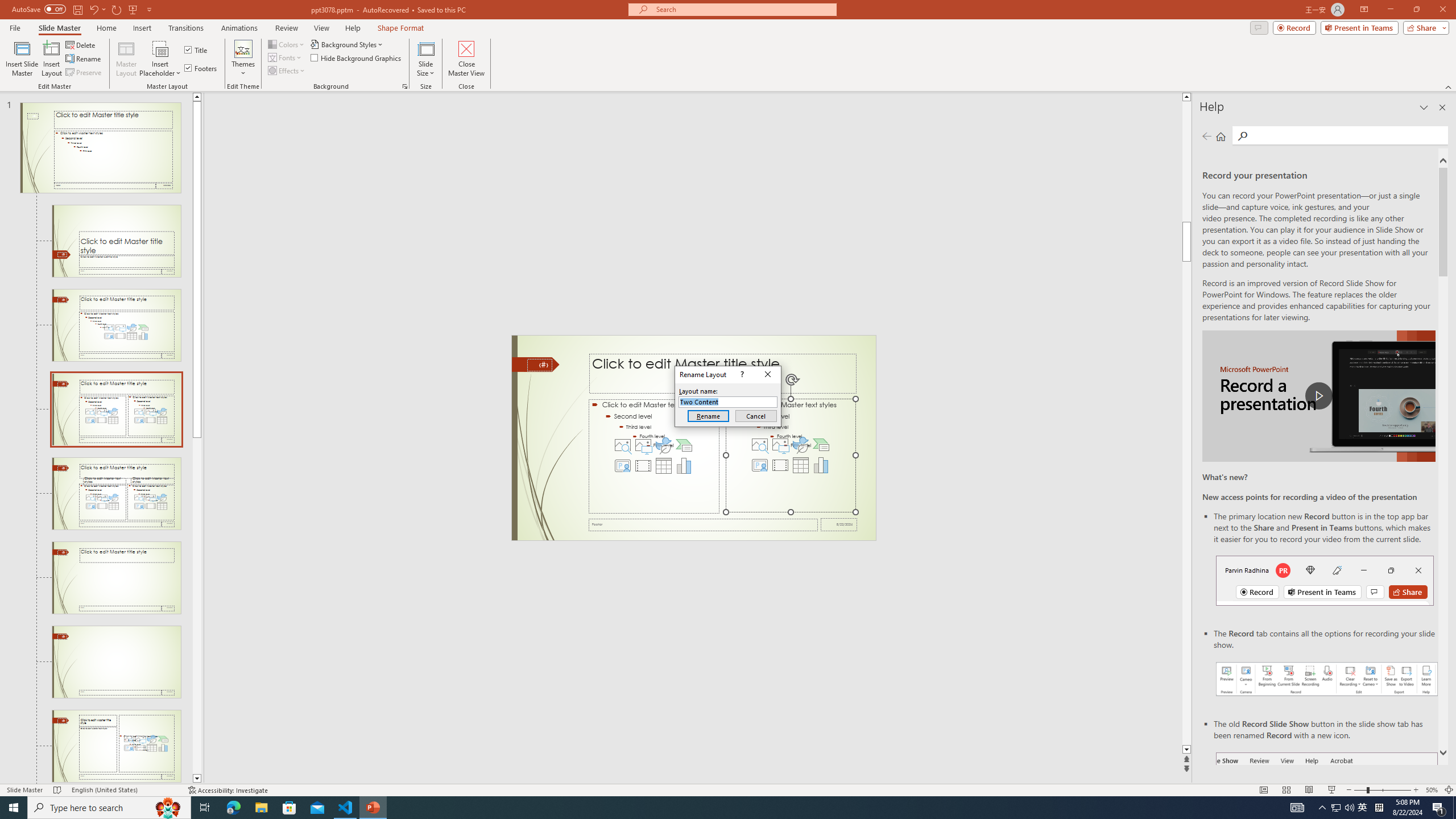 The height and width of the screenshot is (819, 1456). I want to click on 'Slide Master', so click(59, 28).